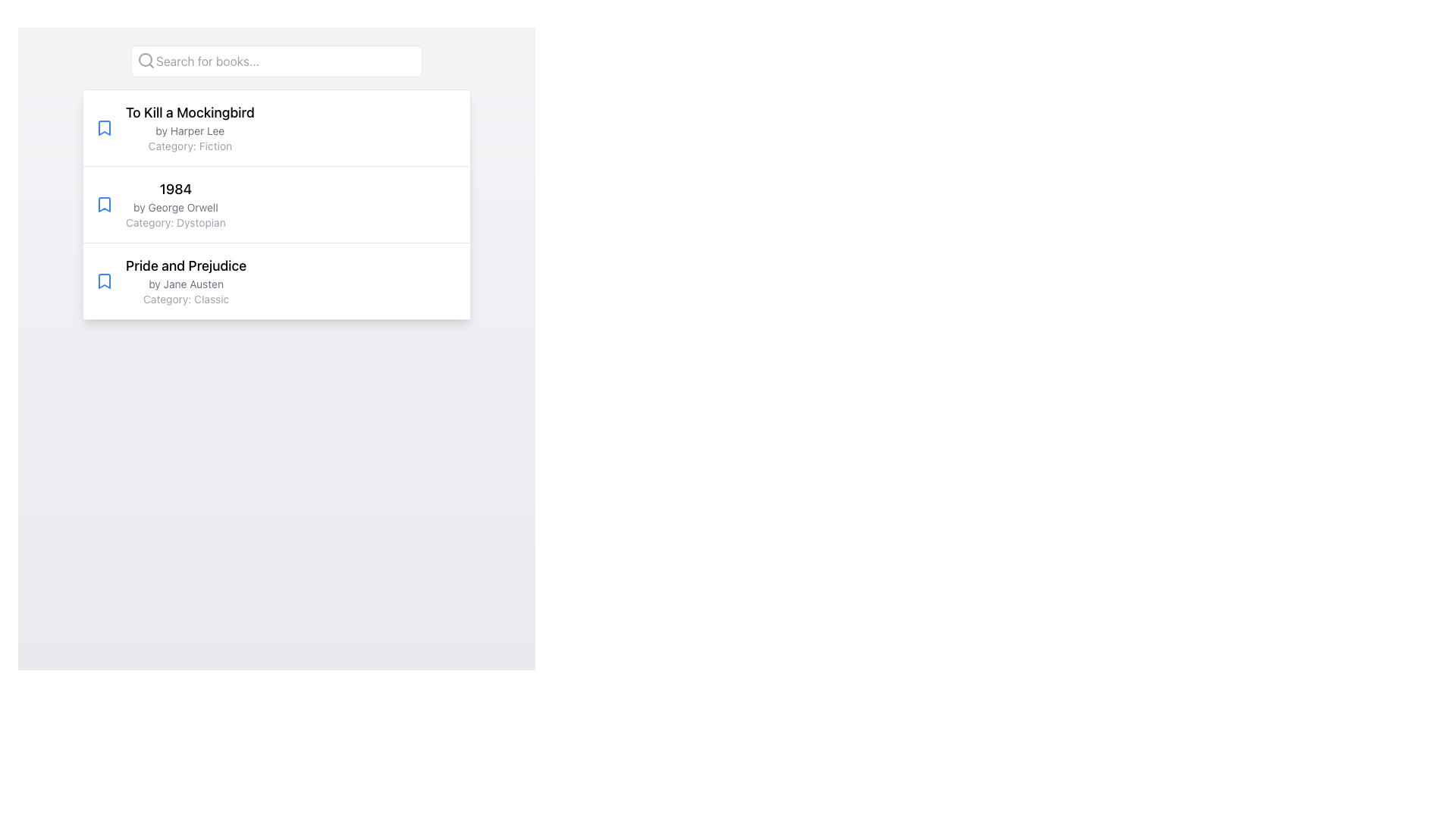 The width and height of the screenshot is (1456, 819). I want to click on the list item displaying the book '1984' by George Orwell, so click(276, 203).